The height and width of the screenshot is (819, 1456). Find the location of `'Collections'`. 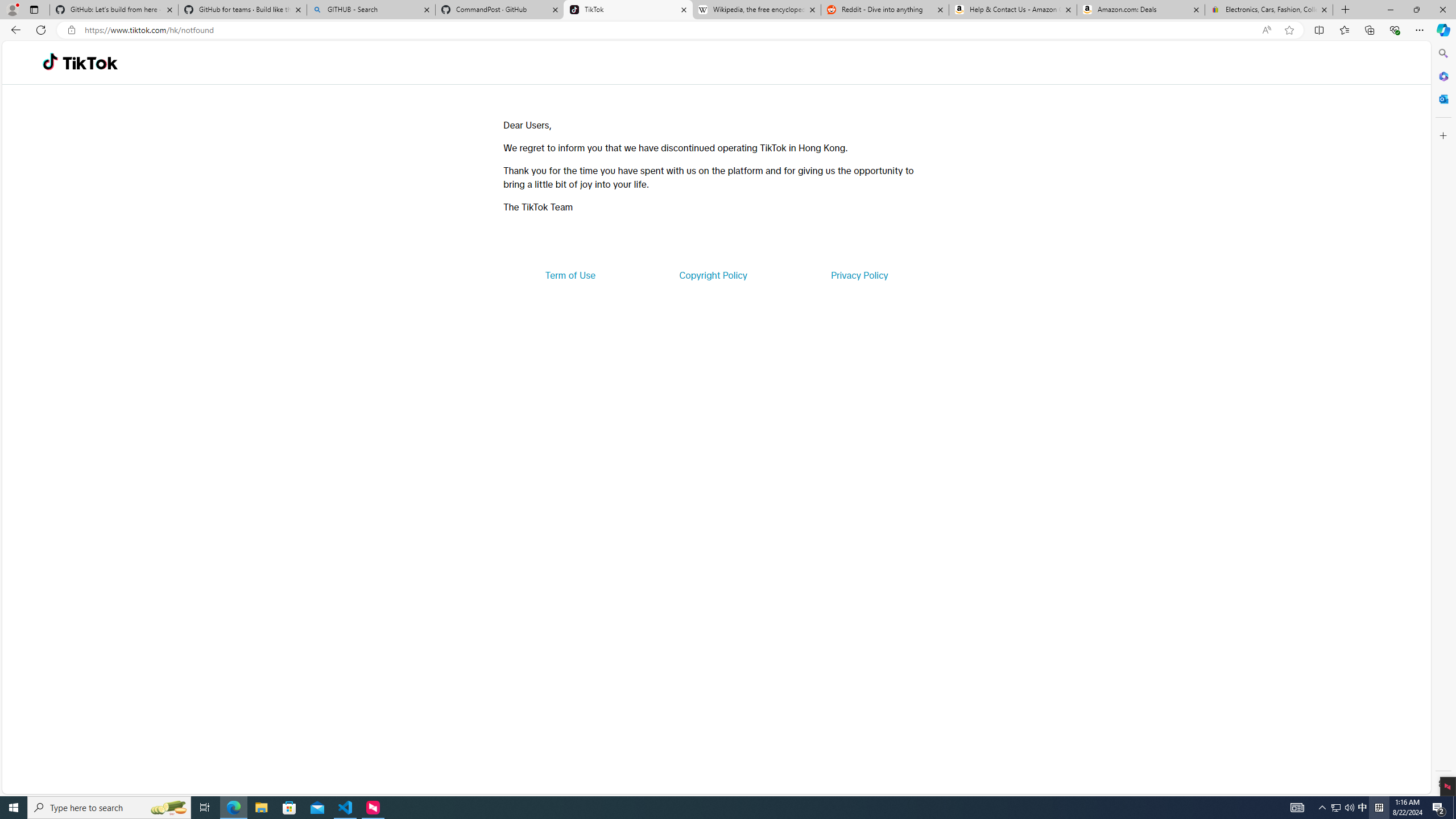

'Collections' is located at coordinates (1368, 29).